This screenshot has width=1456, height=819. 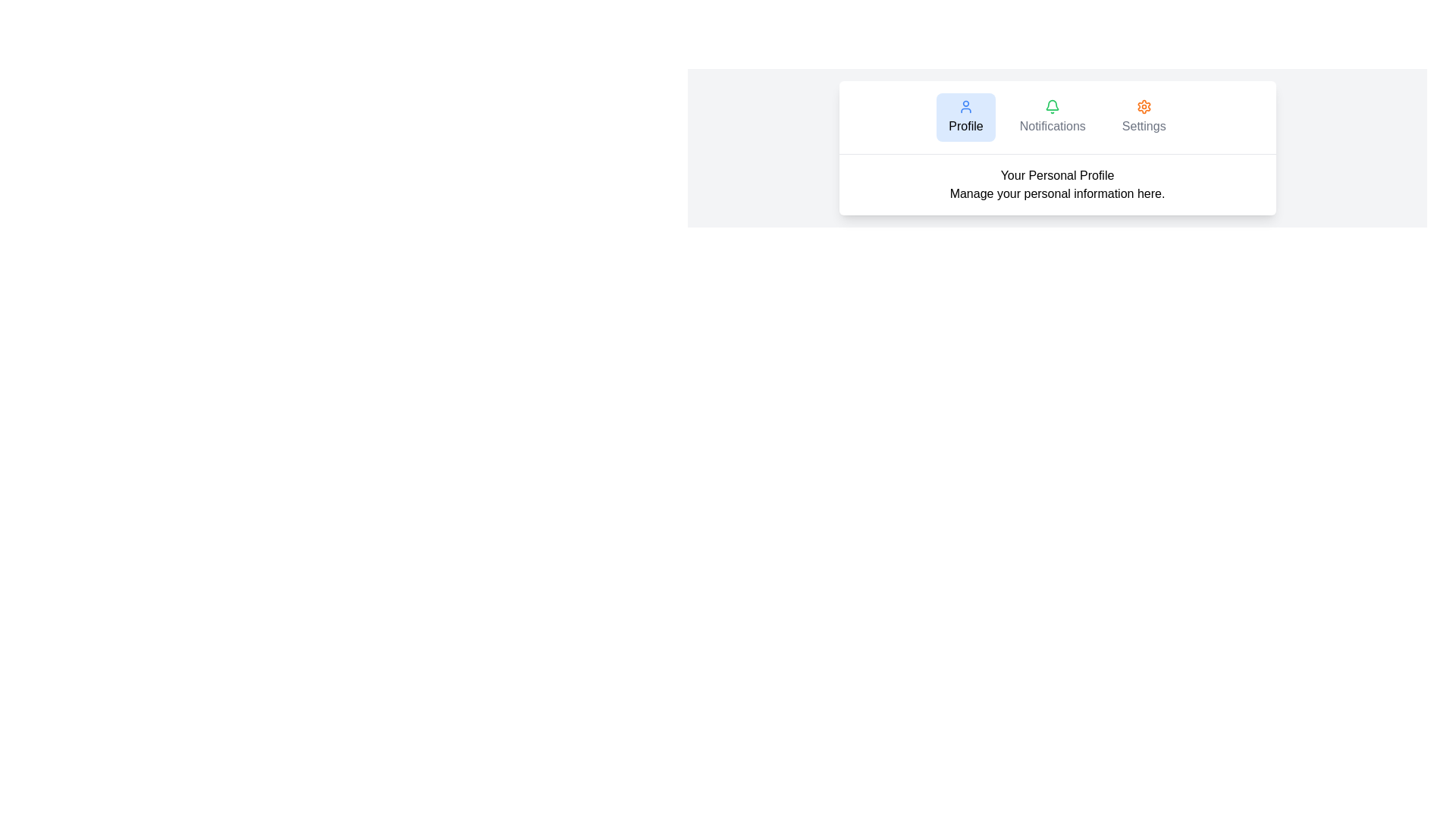 I want to click on the tab labeled Profile to view its content, so click(x=965, y=116).